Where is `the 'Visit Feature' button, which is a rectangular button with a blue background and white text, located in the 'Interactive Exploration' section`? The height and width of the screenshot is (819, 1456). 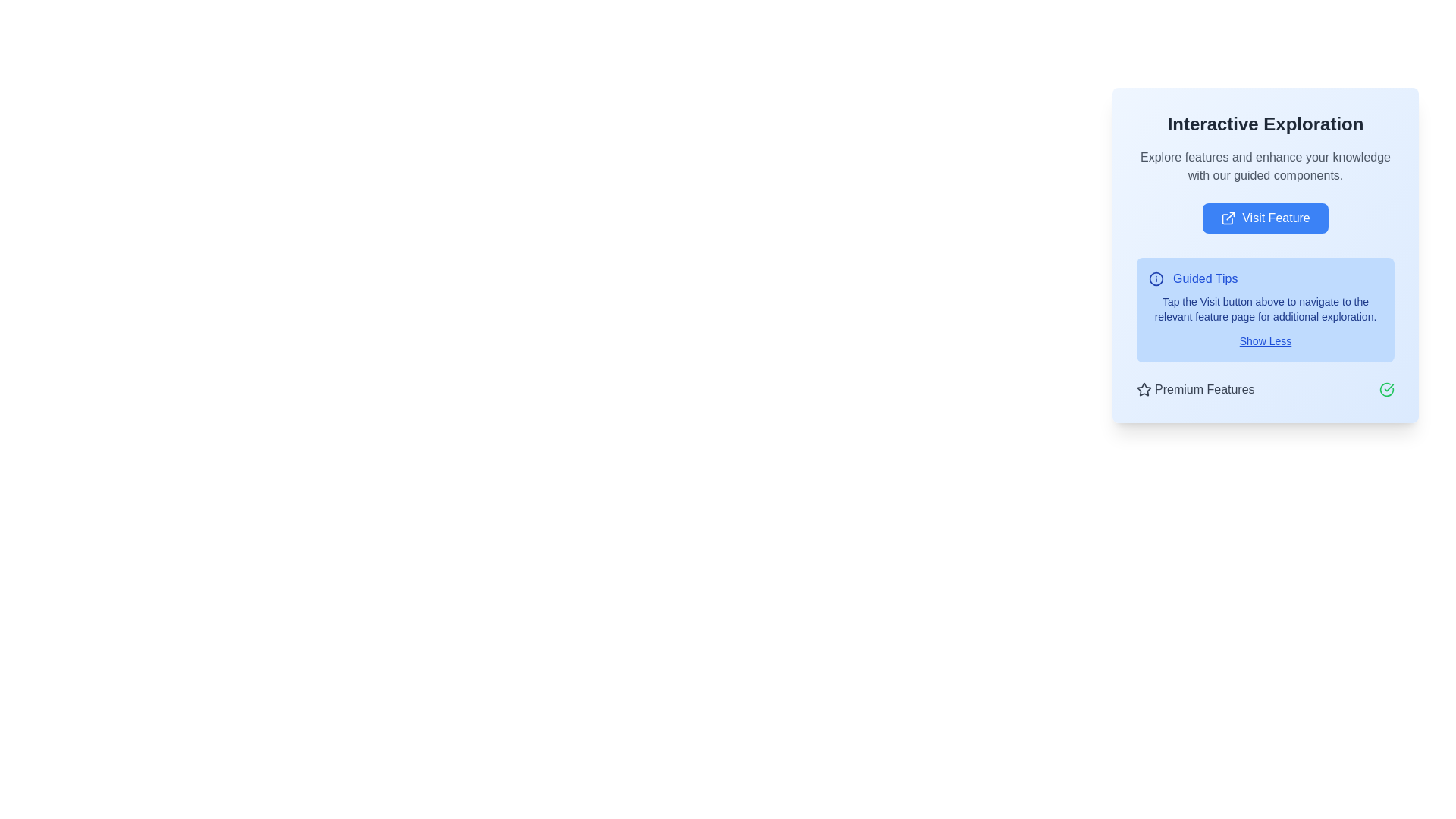
the 'Visit Feature' button, which is a rectangular button with a blue background and white text, located in the 'Interactive Exploration' section is located at coordinates (1266, 218).